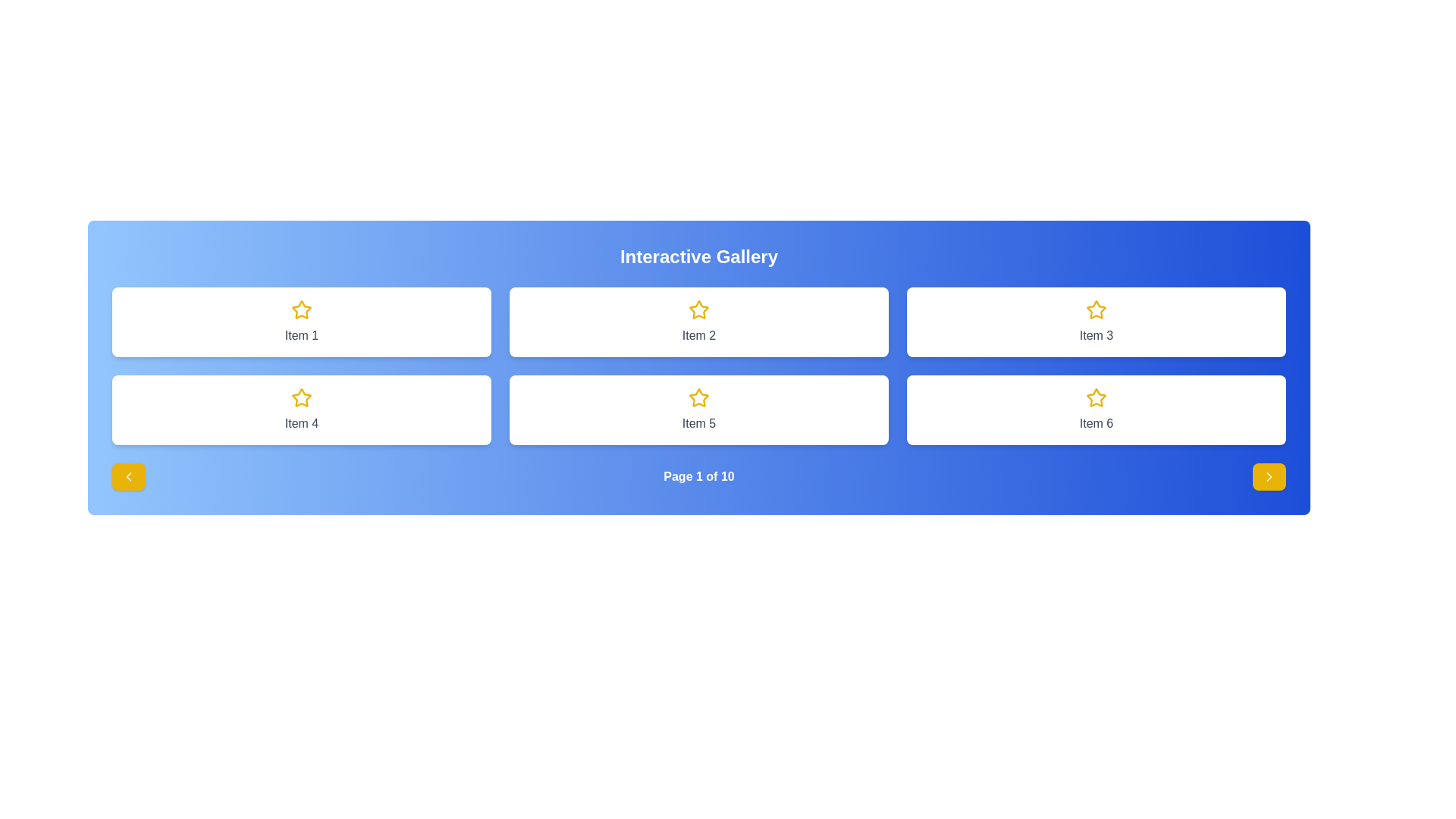  What do you see at coordinates (1096, 309) in the screenshot?
I see `the star-shaped icon with a yellow outline located at the top-left corner of the card labeled 'Item 3'` at bounding box center [1096, 309].